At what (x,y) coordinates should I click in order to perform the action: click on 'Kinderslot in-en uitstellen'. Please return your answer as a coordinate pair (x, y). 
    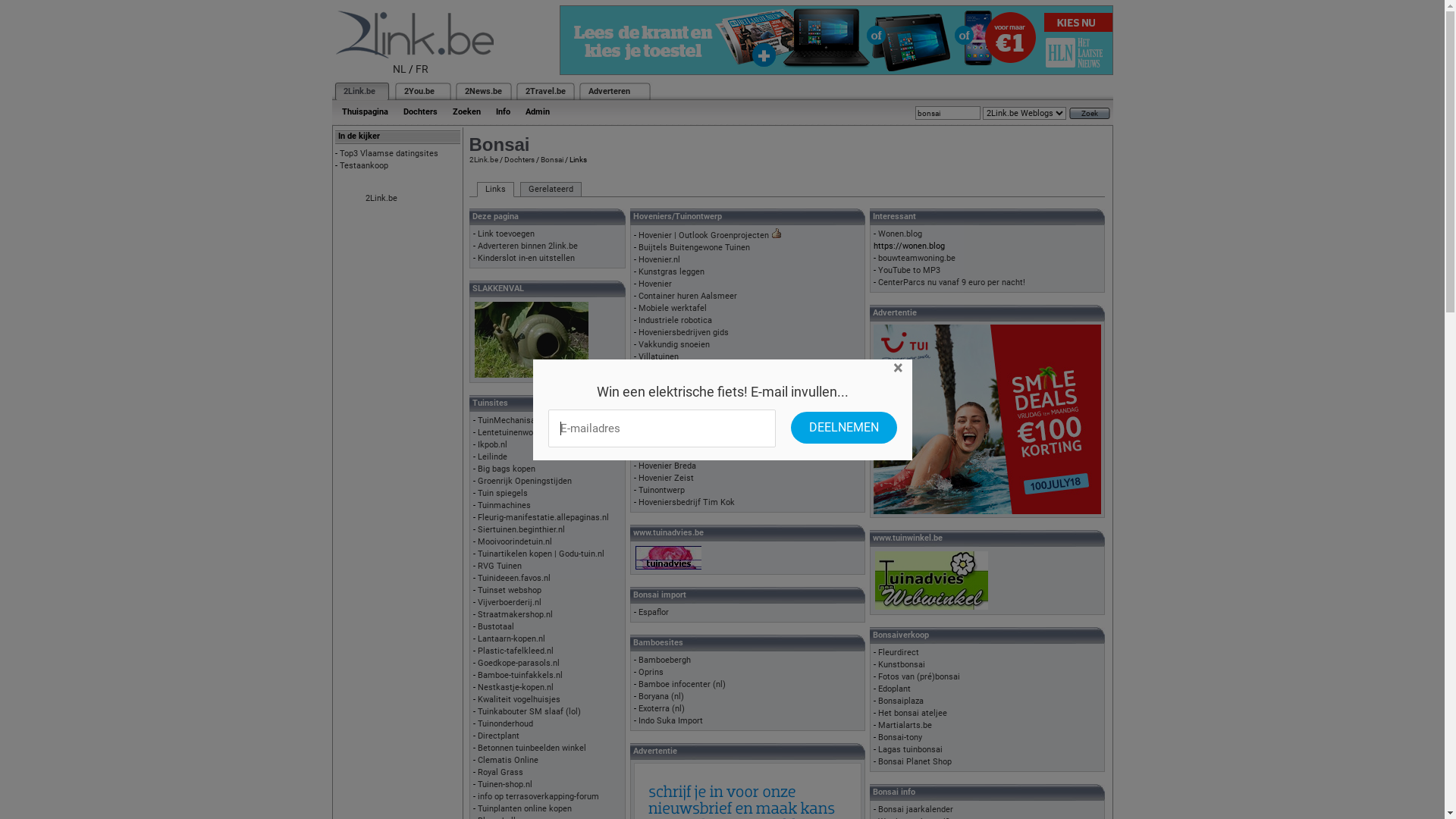
    Looking at the image, I should click on (526, 257).